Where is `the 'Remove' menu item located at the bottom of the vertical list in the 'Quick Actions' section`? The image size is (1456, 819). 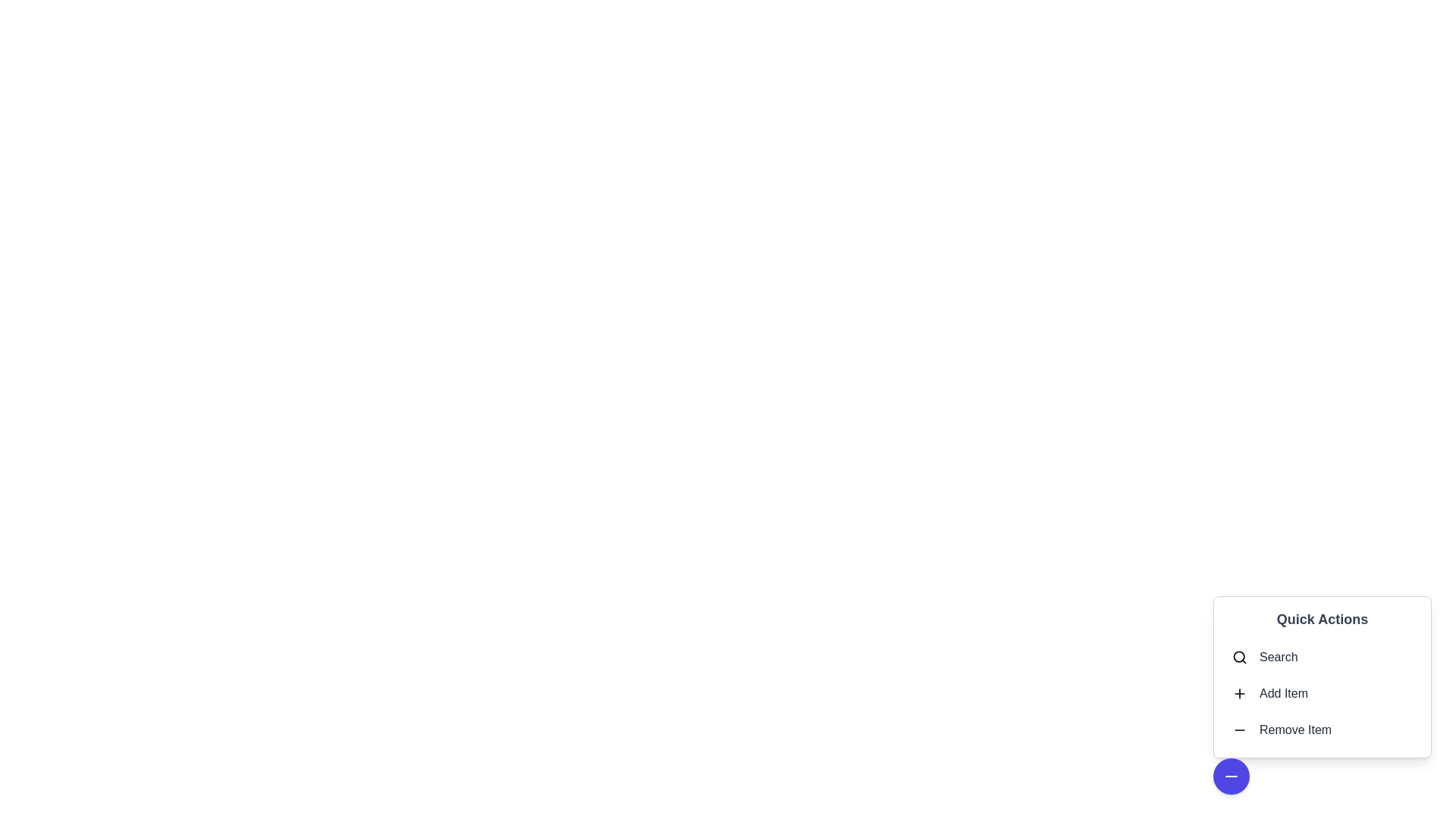 the 'Remove' menu item located at the bottom of the vertical list in the 'Quick Actions' section is located at coordinates (1321, 730).